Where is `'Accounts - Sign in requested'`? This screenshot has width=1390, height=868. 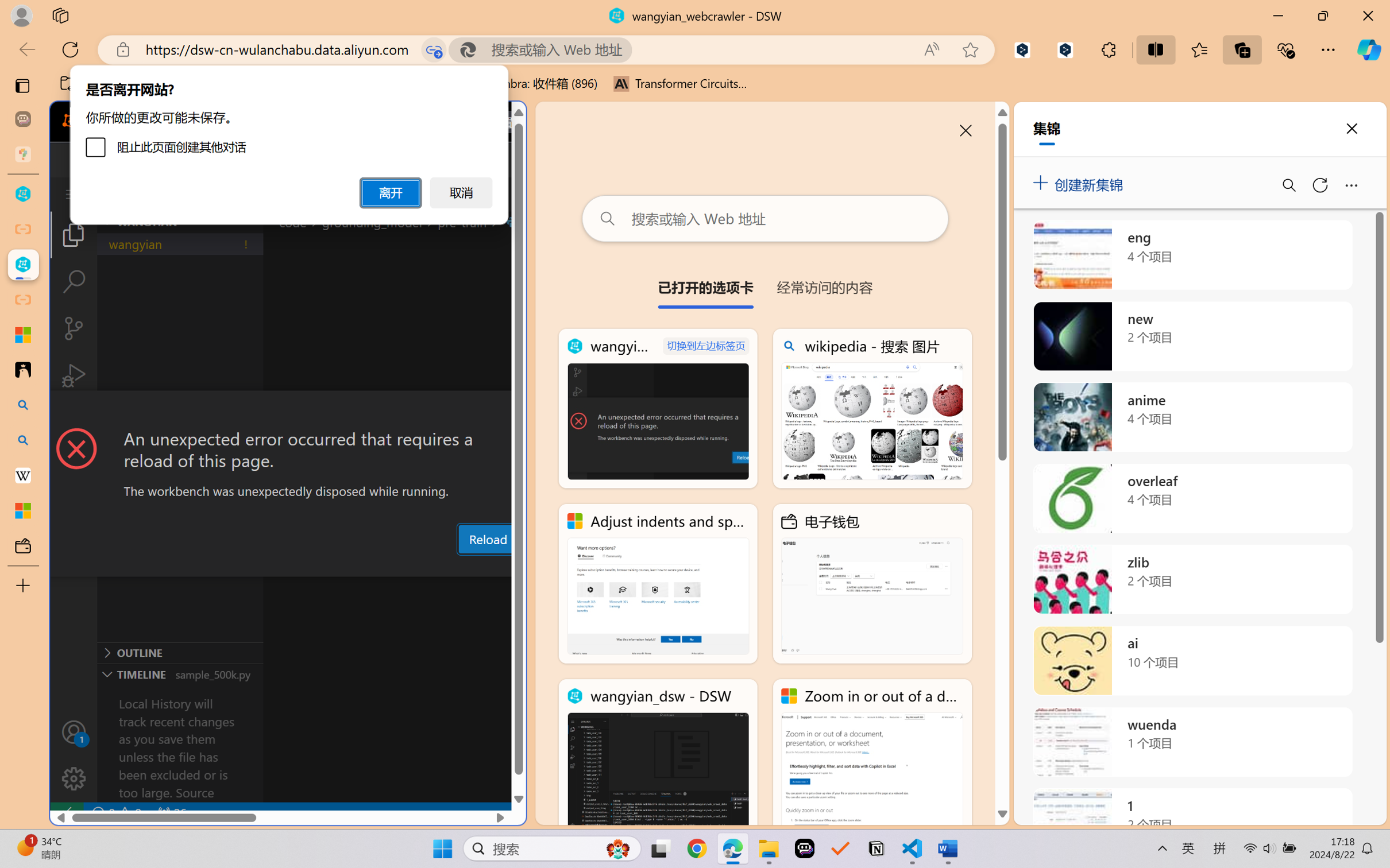
'Accounts - Sign in requested' is located at coordinates (73, 731).